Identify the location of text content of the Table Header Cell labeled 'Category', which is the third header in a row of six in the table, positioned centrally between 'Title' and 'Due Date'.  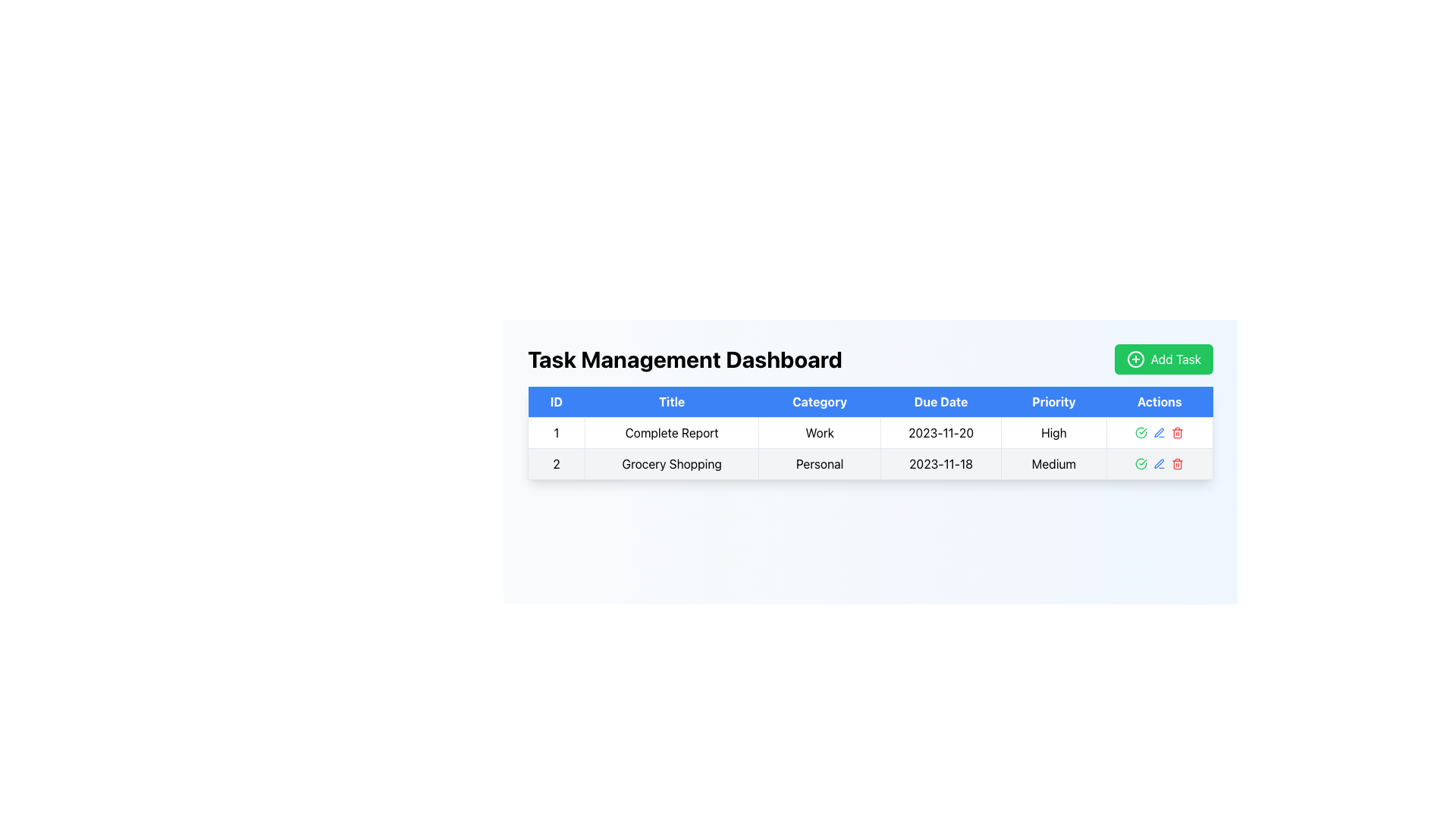
(819, 401).